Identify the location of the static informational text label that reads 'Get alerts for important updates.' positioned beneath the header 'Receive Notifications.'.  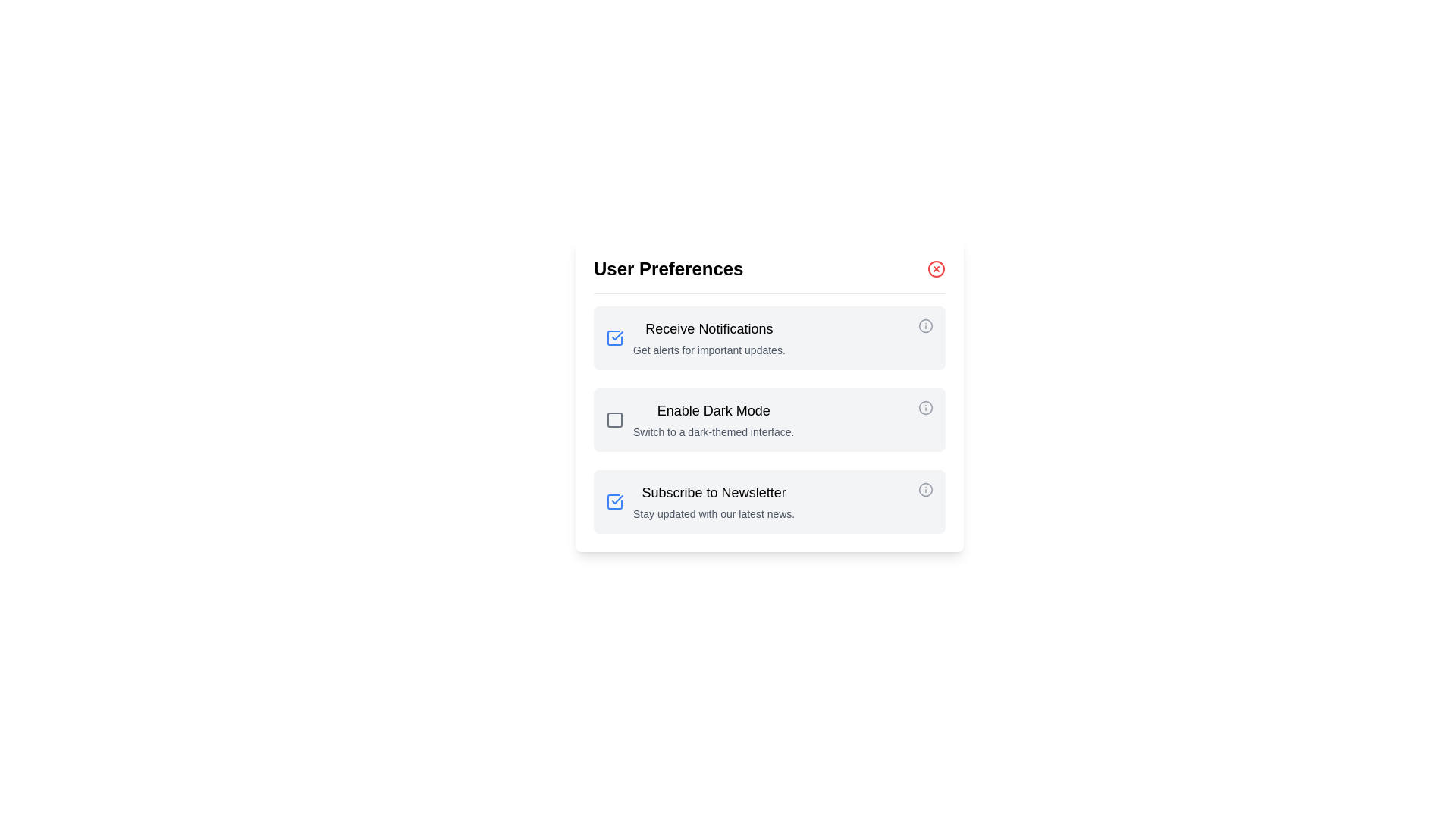
(708, 350).